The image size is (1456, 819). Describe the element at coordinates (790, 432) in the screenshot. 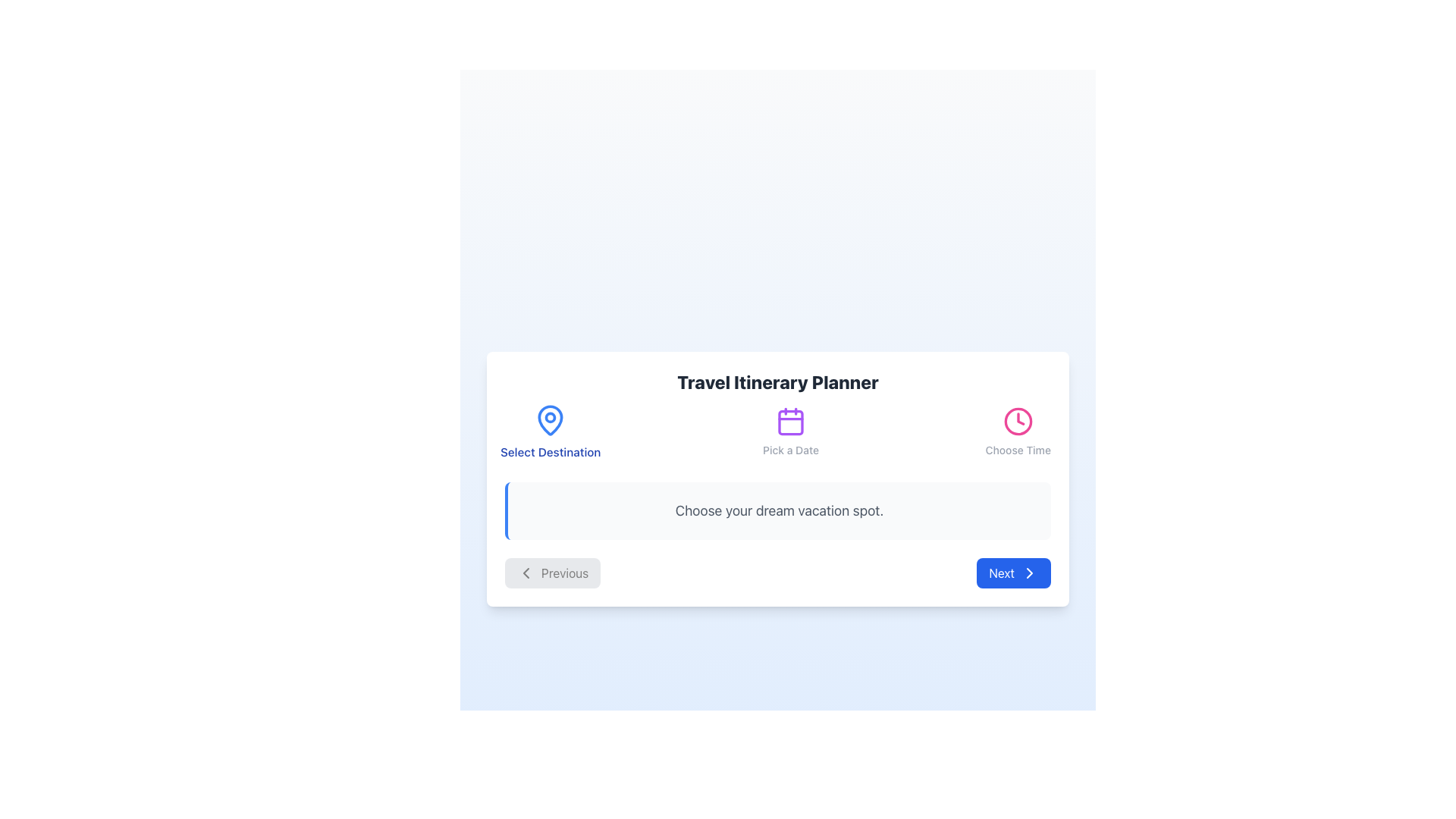

I see `the date selection label, which is centrally located between the 'Select Destination' and 'Choose Time' options in the itinerary planning interface` at that location.